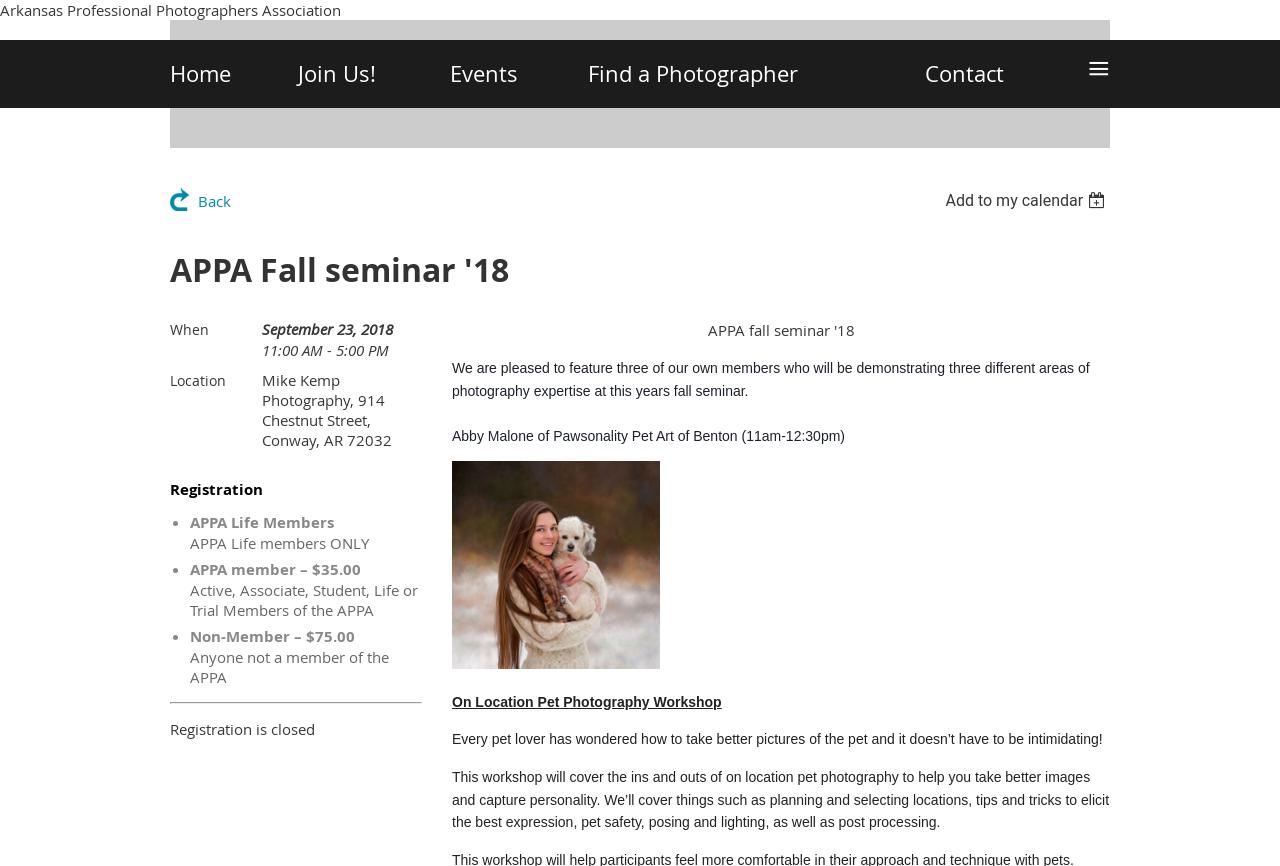  Describe the element at coordinates (336, 73) in the screenshot. I see `'Join Us!'` at that location.